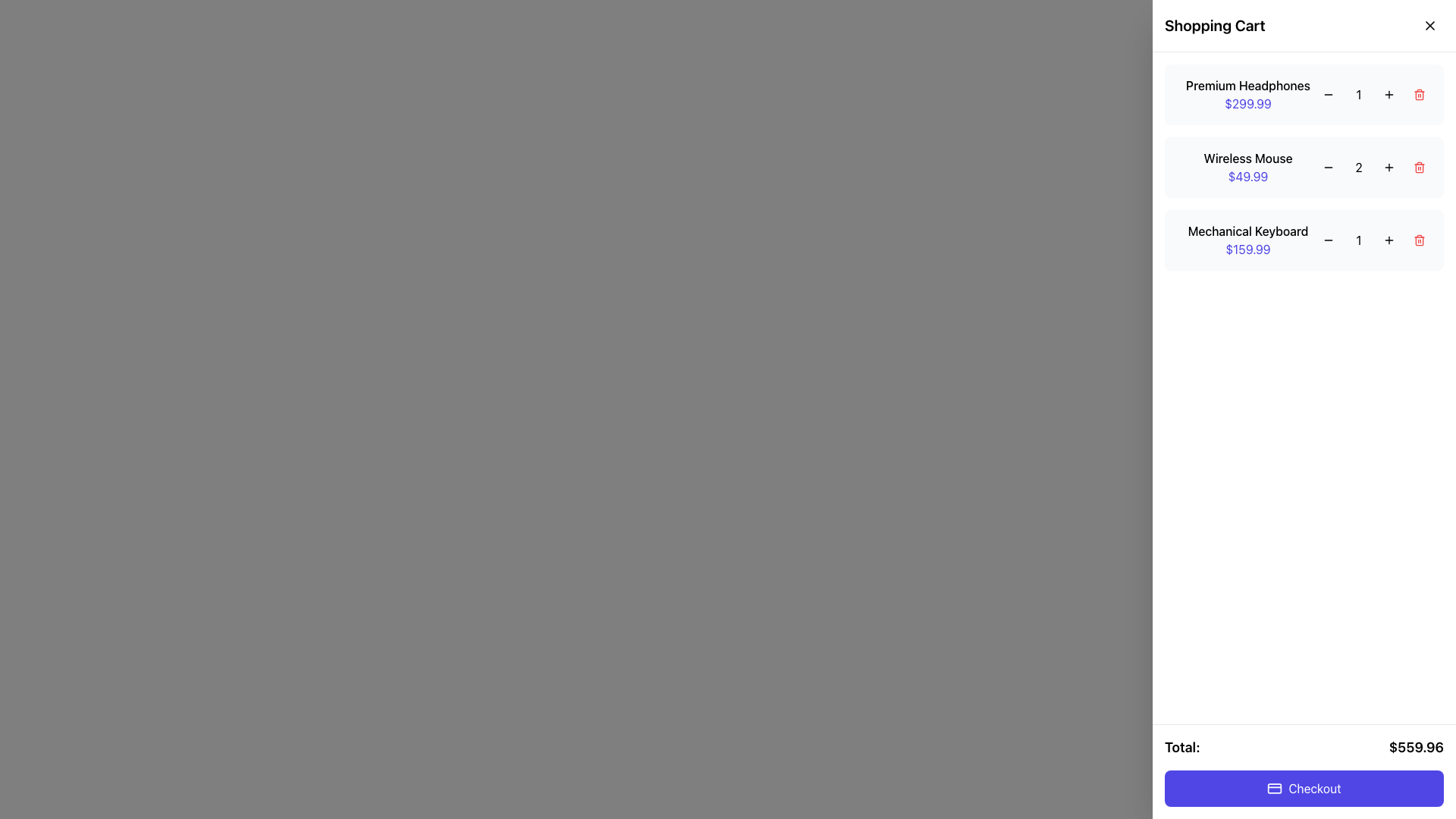 The height and width of the screenshot is (819, 1456). What do you see at coordinates (1389, 167) in the screenshot?
I see `the button to increase the quantity of the 'Wireless Mouse' item in the shopping cart, located between the quantity selector and the trash can icon` at bounding box center [1389, 167].